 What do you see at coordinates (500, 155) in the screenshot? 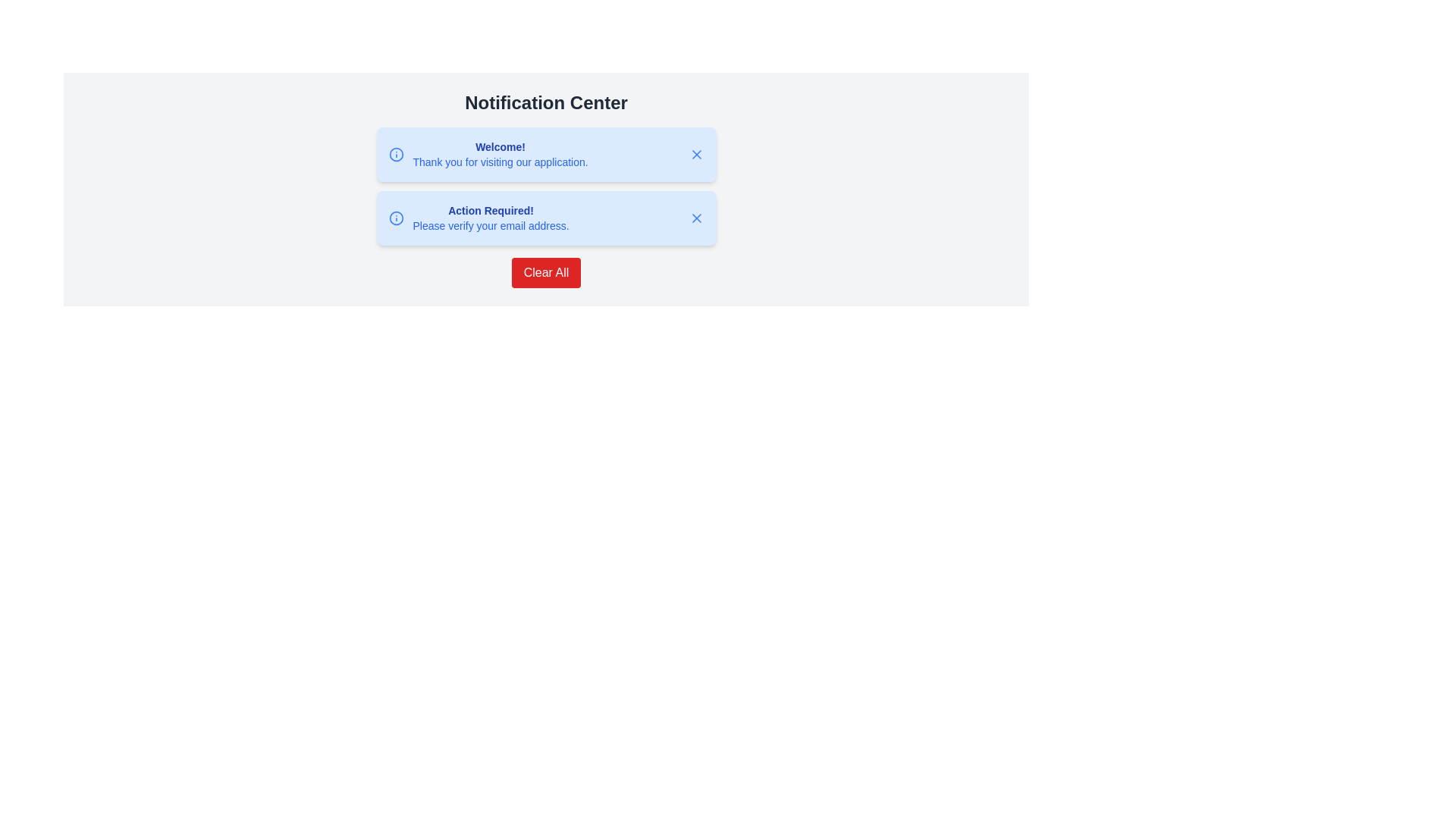
I see `the welcome message Text Block located in the notification center, positioned between a blue circular icon and a close button (an 'X')` at bounding box center [500, 155].